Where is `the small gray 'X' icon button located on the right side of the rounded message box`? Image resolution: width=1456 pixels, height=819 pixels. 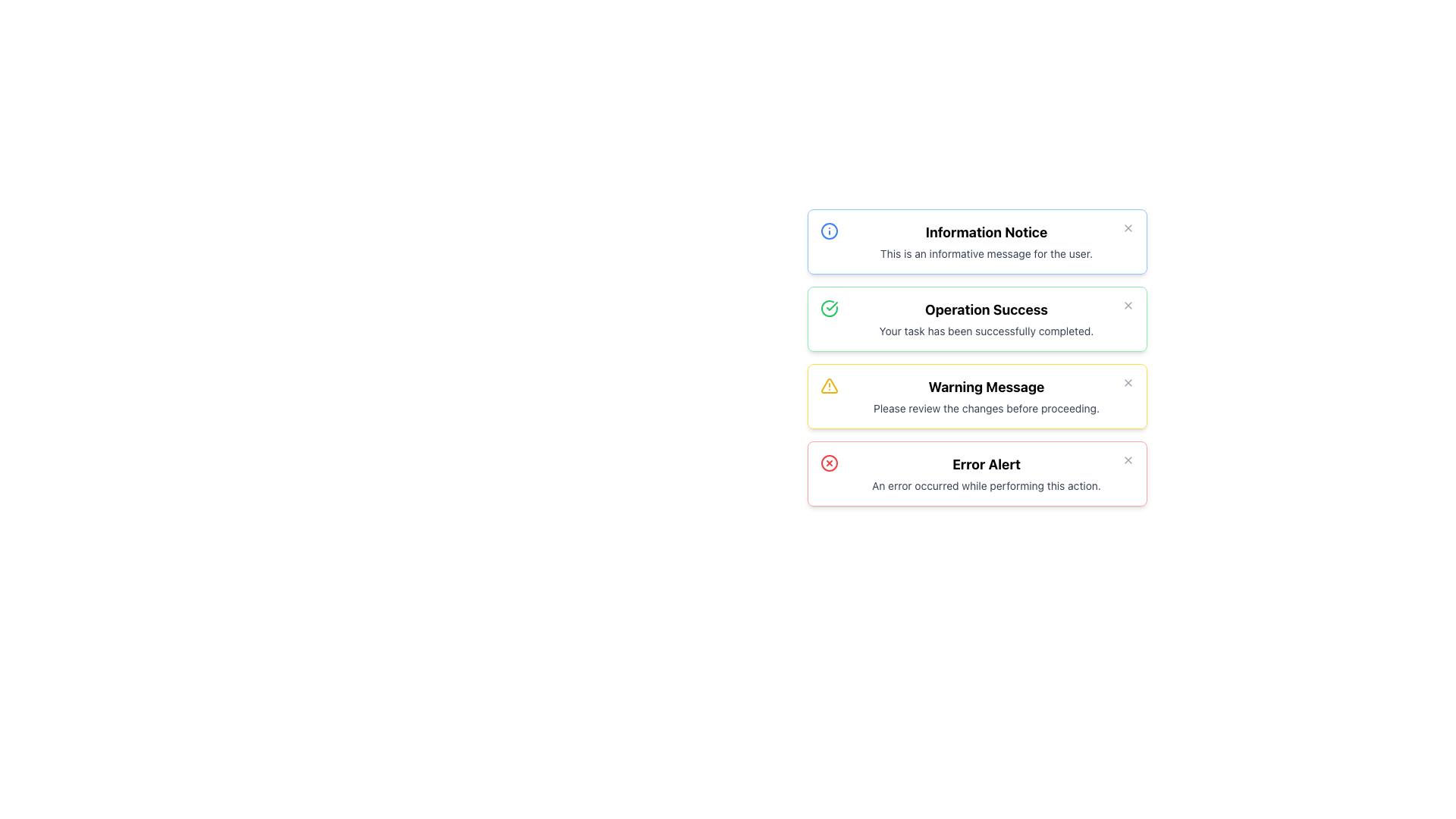
the small gray 'X' icon button located on the right side of the rounded message box is located at coordinates (1128, 227).